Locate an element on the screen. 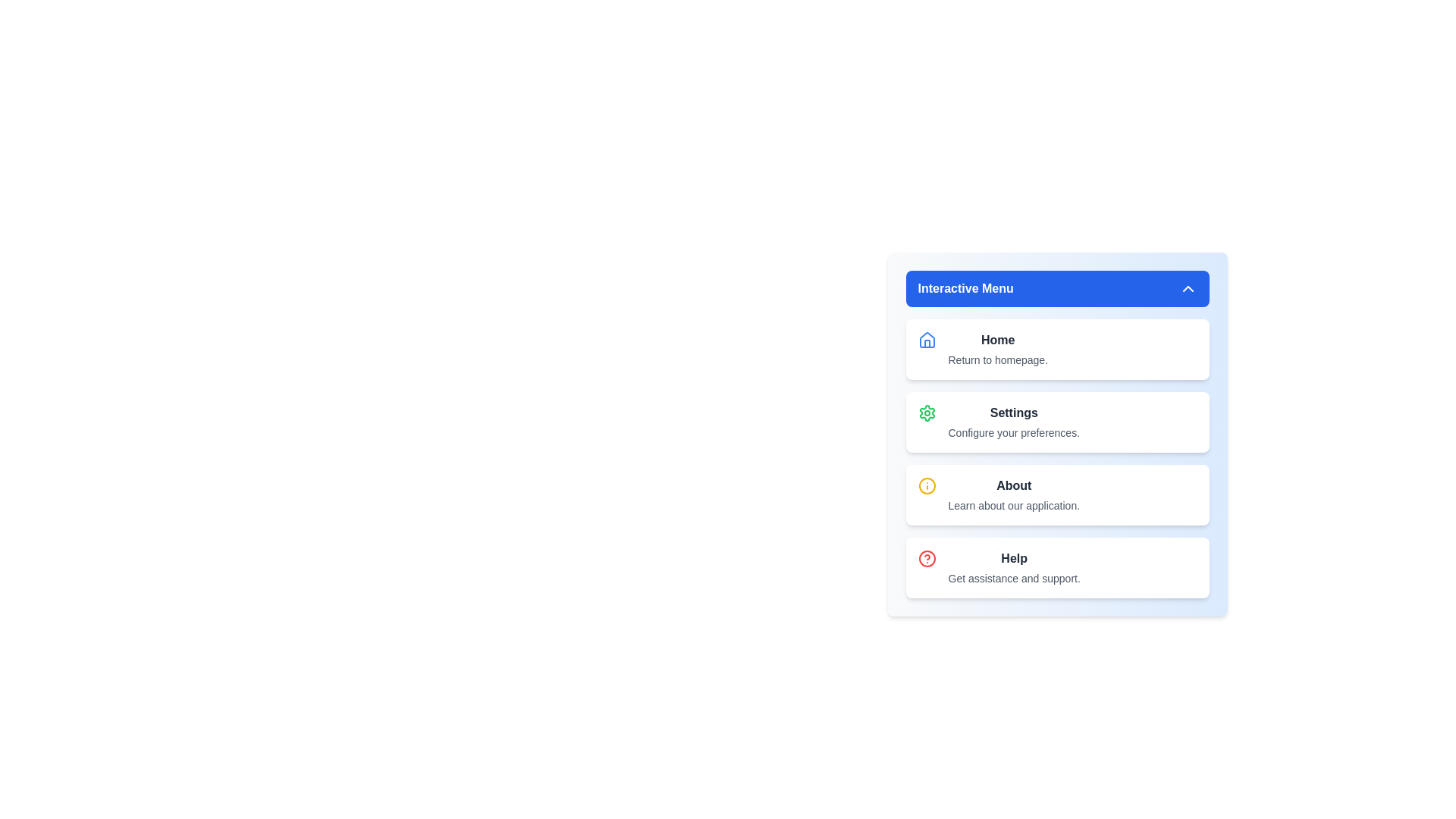  the bold dark gray text element labeled 'About' in the menu, which is positioned above the 'Help' option and below the 'Settings' option is located at coordinates (1014, 485).